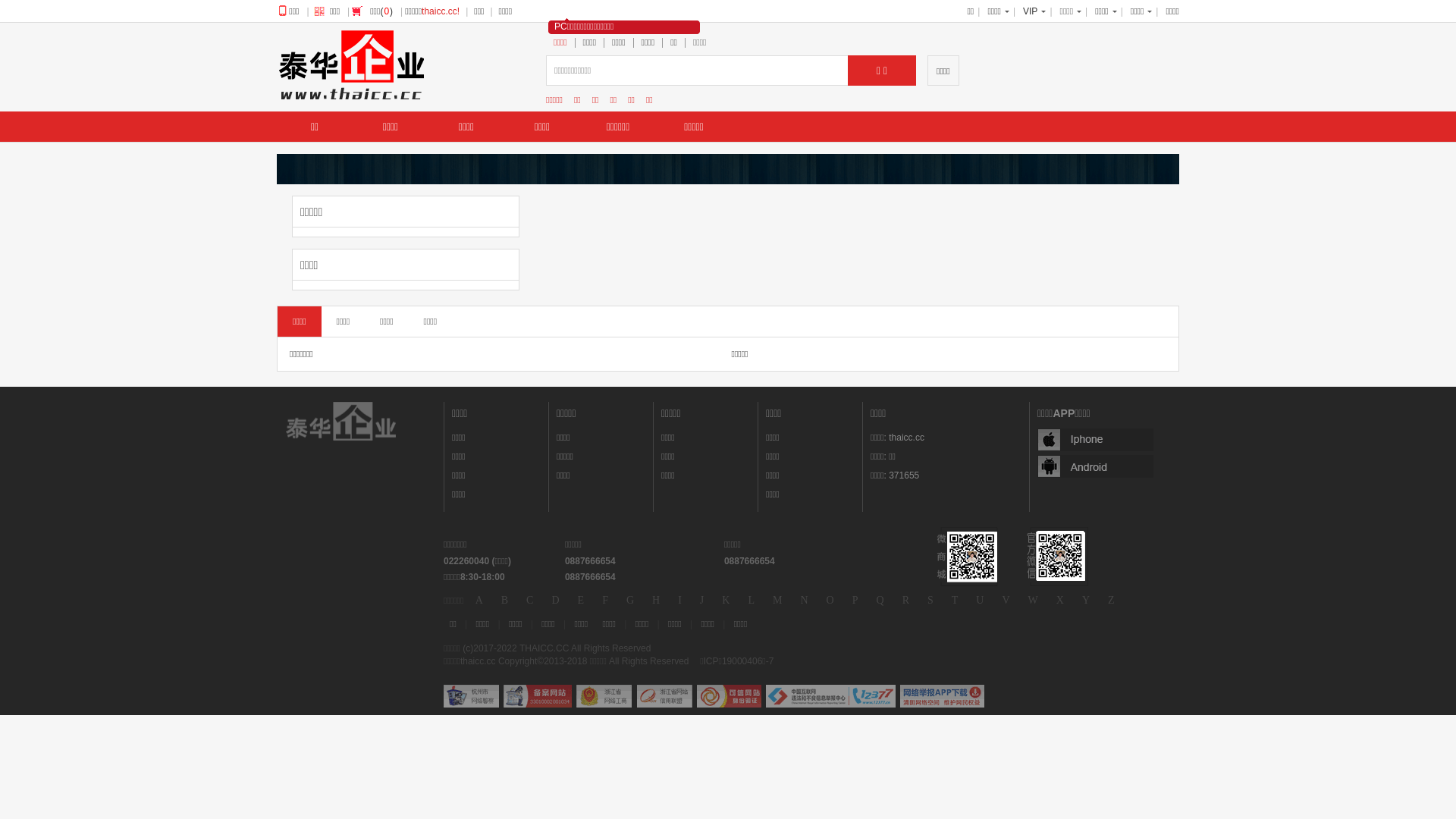 The image size is (1456, 819). What do you see at coordinates (905, 599) in the screenshot?
I see `'R'` at bounding box center [905, 599].